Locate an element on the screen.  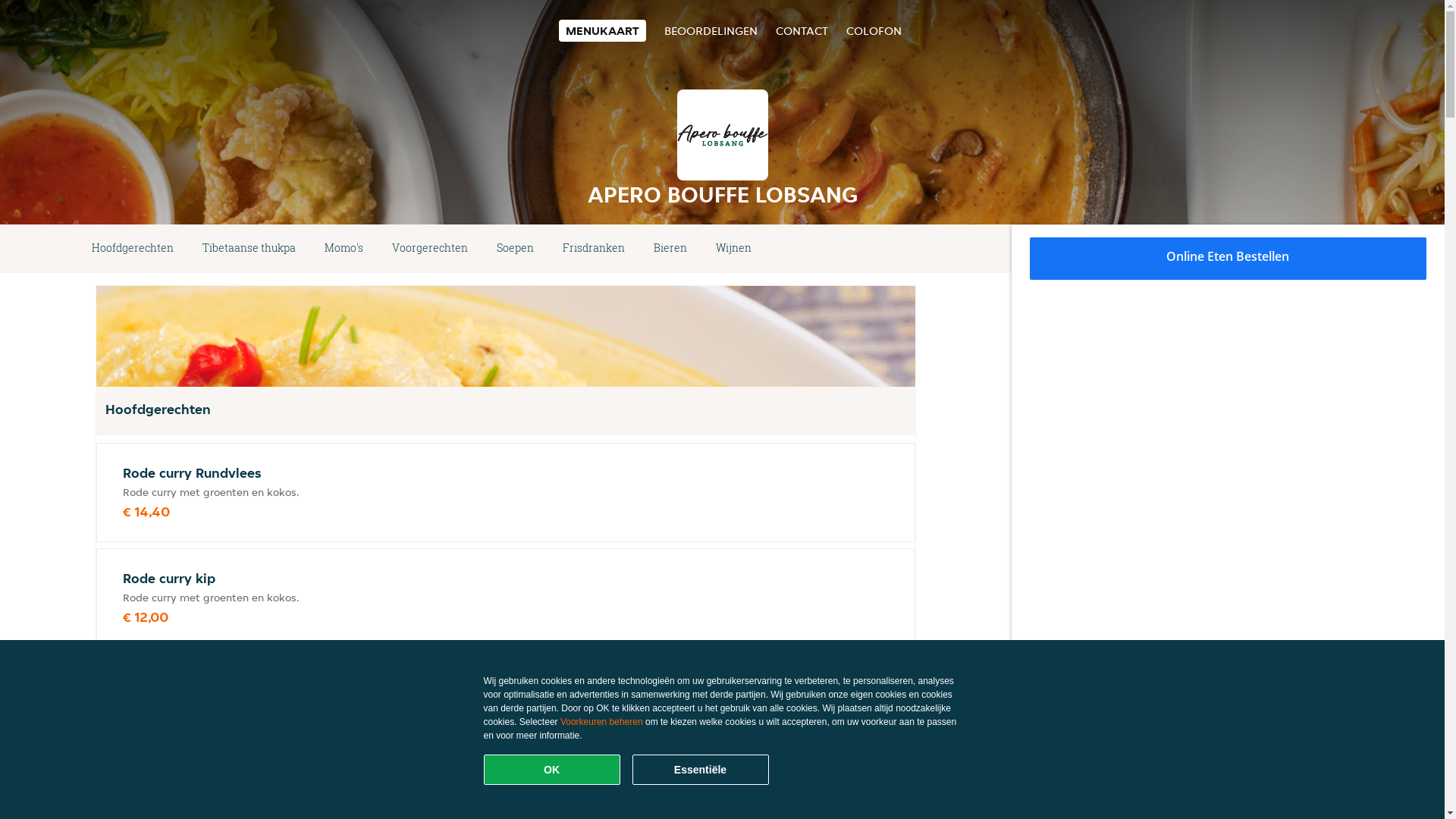
'OK' is located at coordinates (551, 769).